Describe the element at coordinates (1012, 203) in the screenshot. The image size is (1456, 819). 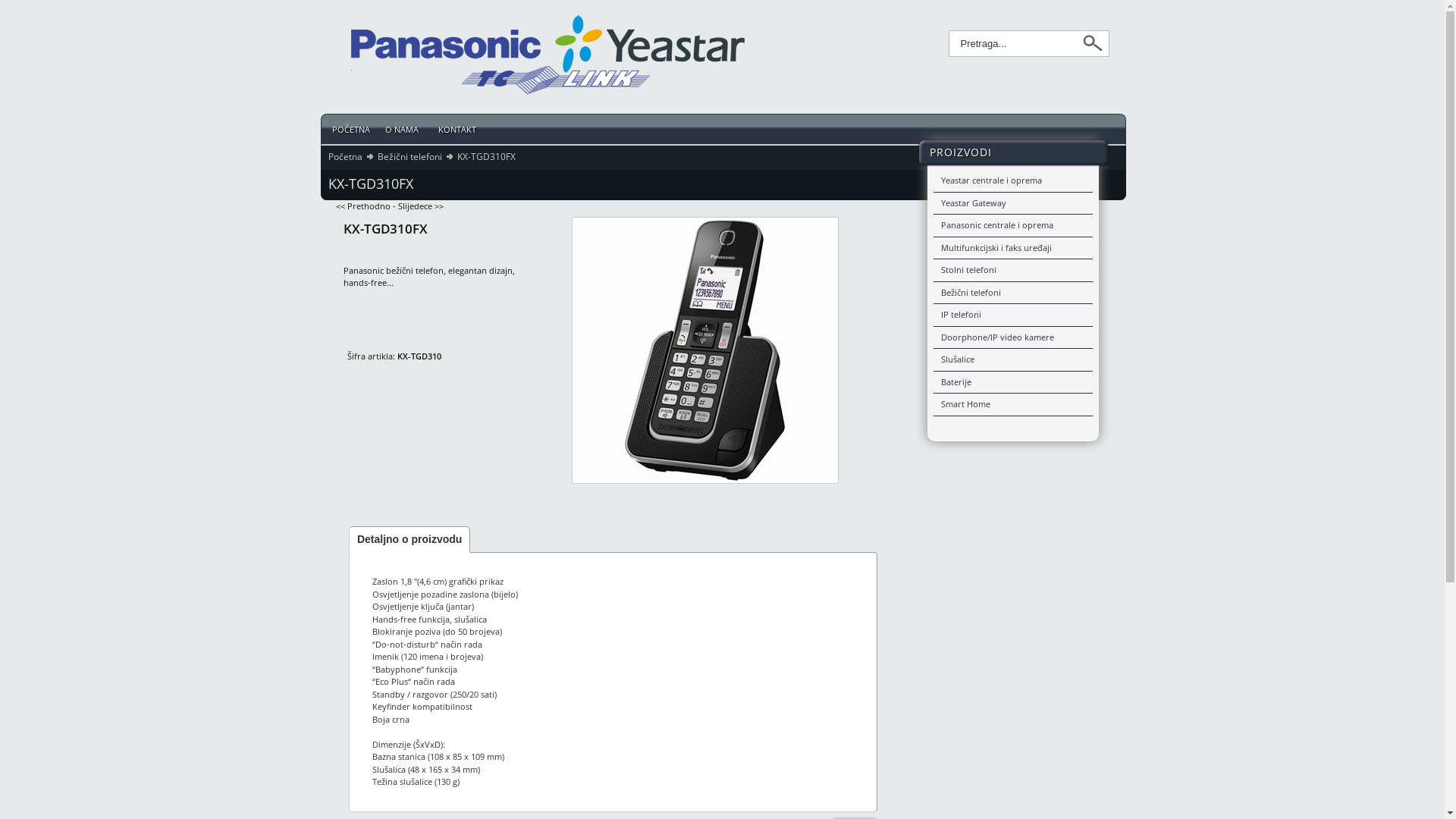
I see `'Yeastar Gateway'` at that location.